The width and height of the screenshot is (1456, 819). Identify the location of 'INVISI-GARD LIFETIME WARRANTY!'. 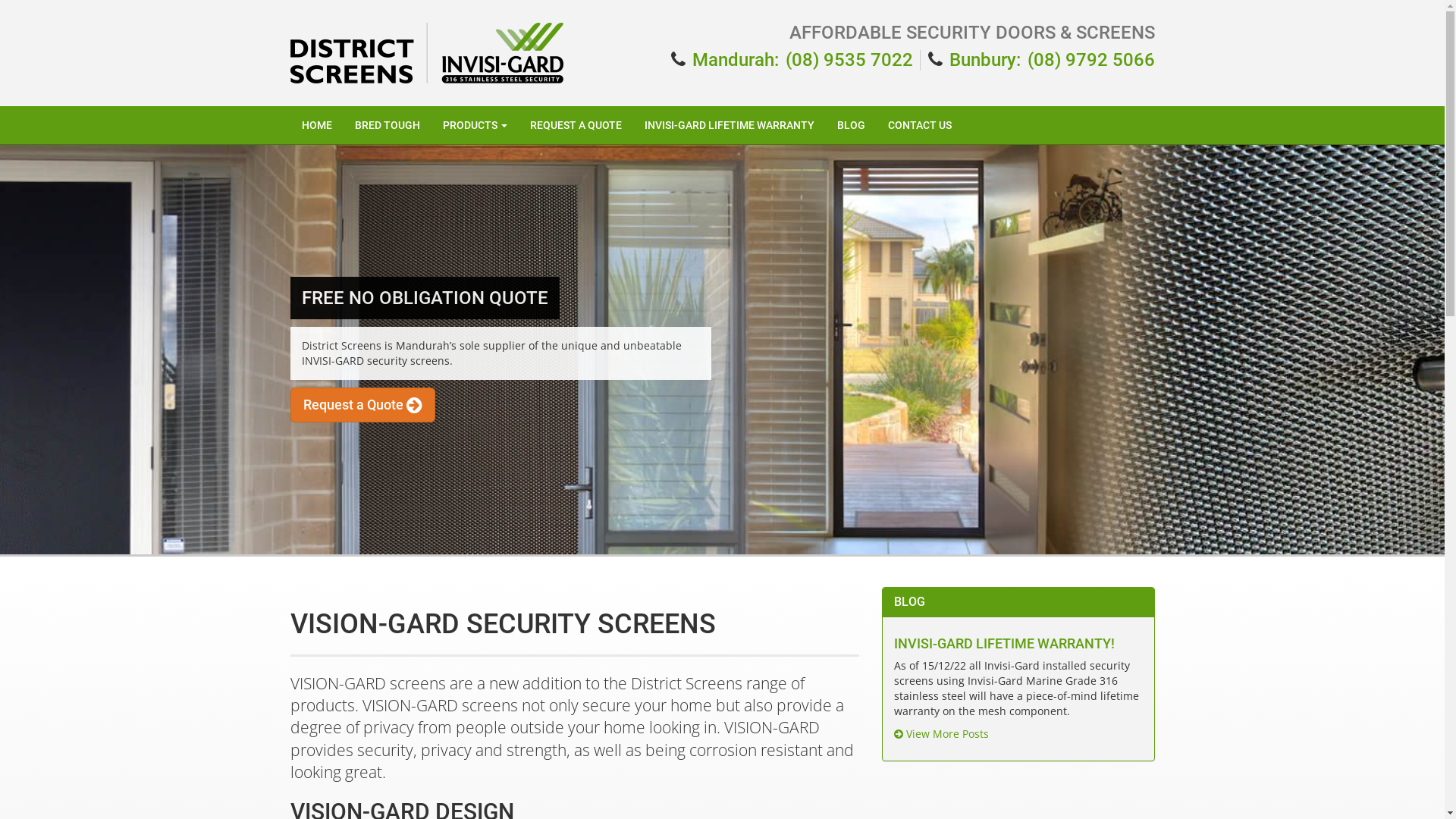
(1003, 643).